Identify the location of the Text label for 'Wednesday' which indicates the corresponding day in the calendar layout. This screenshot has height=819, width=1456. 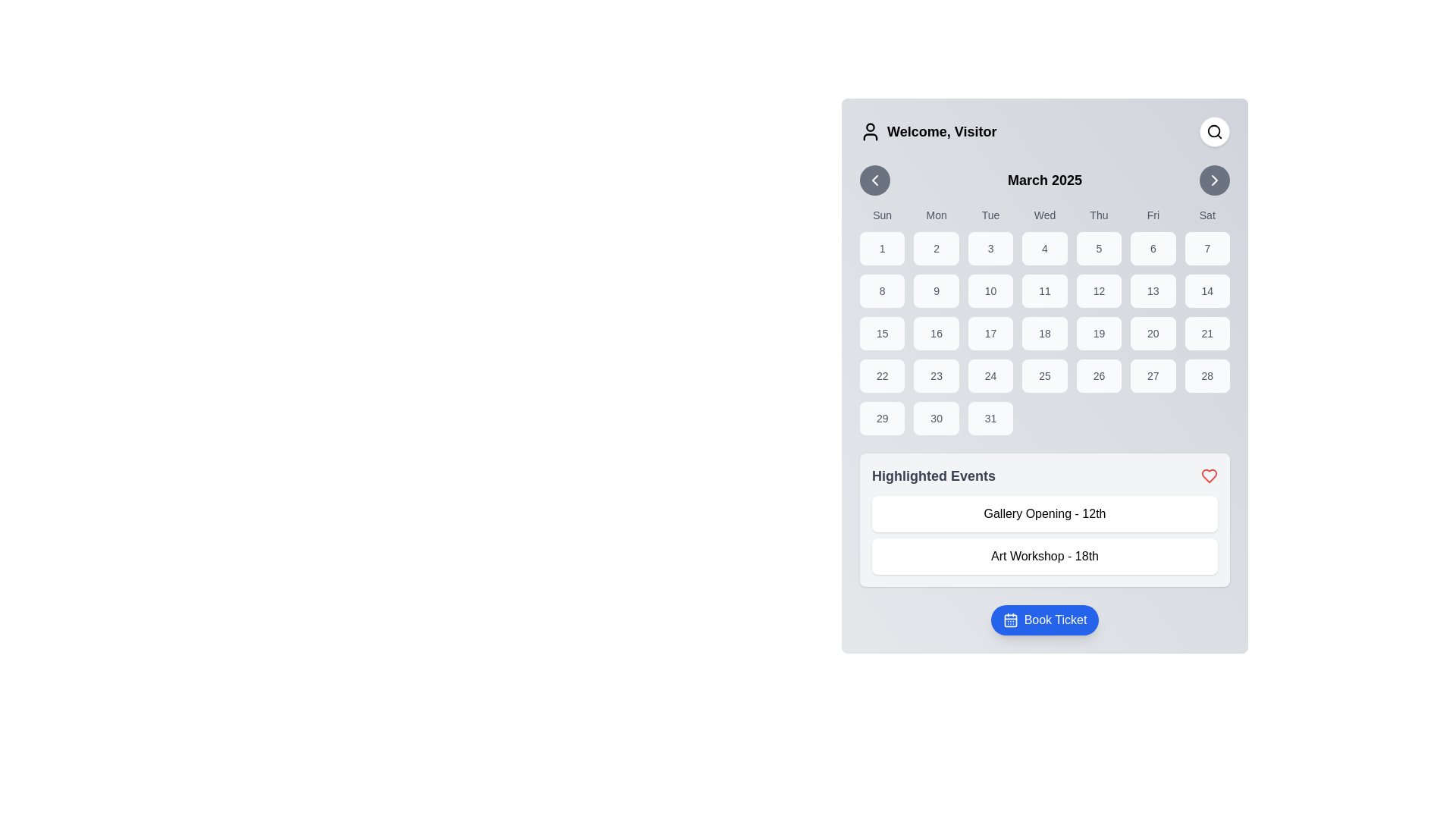
(1043, 215).